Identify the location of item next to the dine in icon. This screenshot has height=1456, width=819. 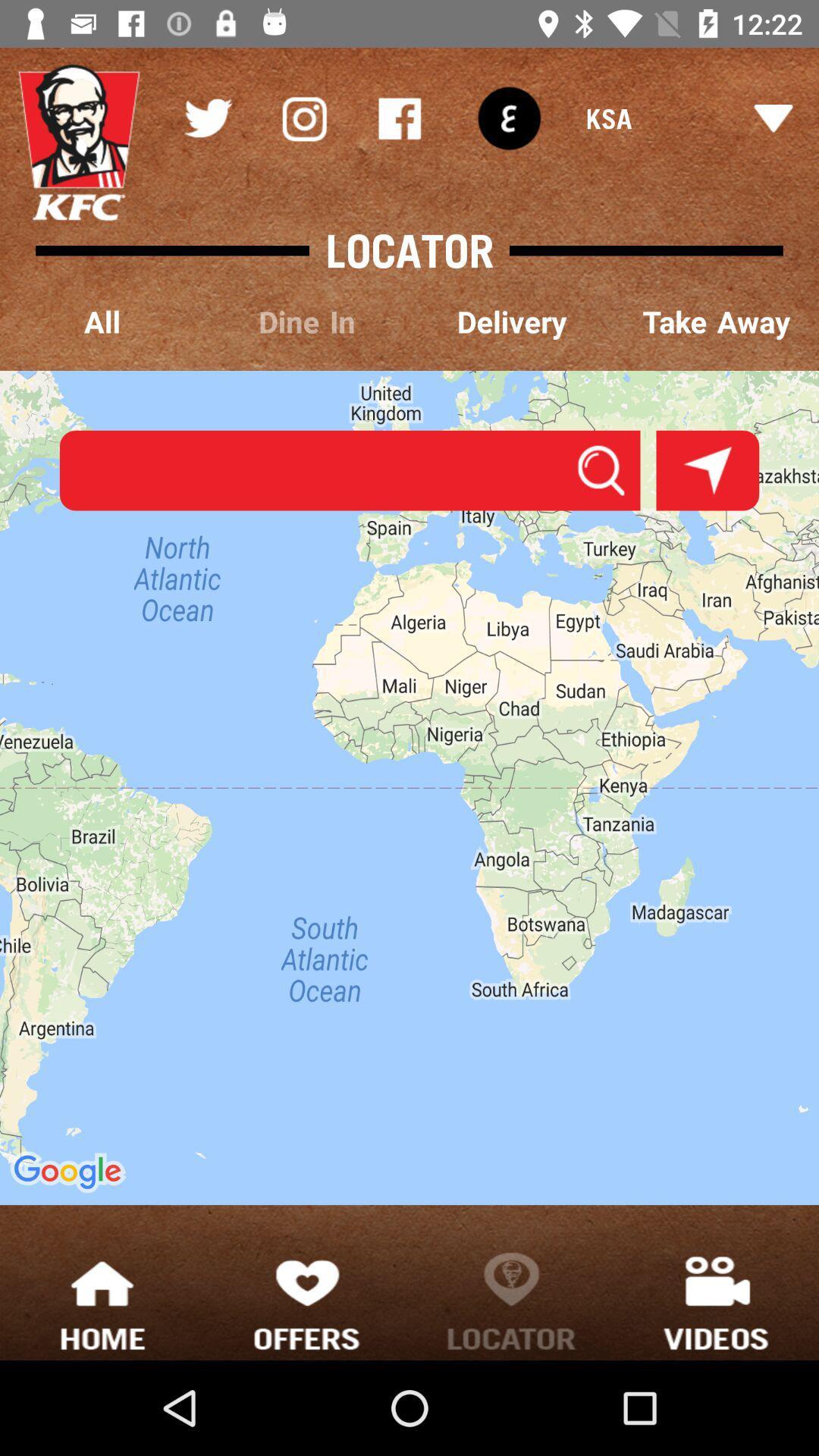
(102, 322).